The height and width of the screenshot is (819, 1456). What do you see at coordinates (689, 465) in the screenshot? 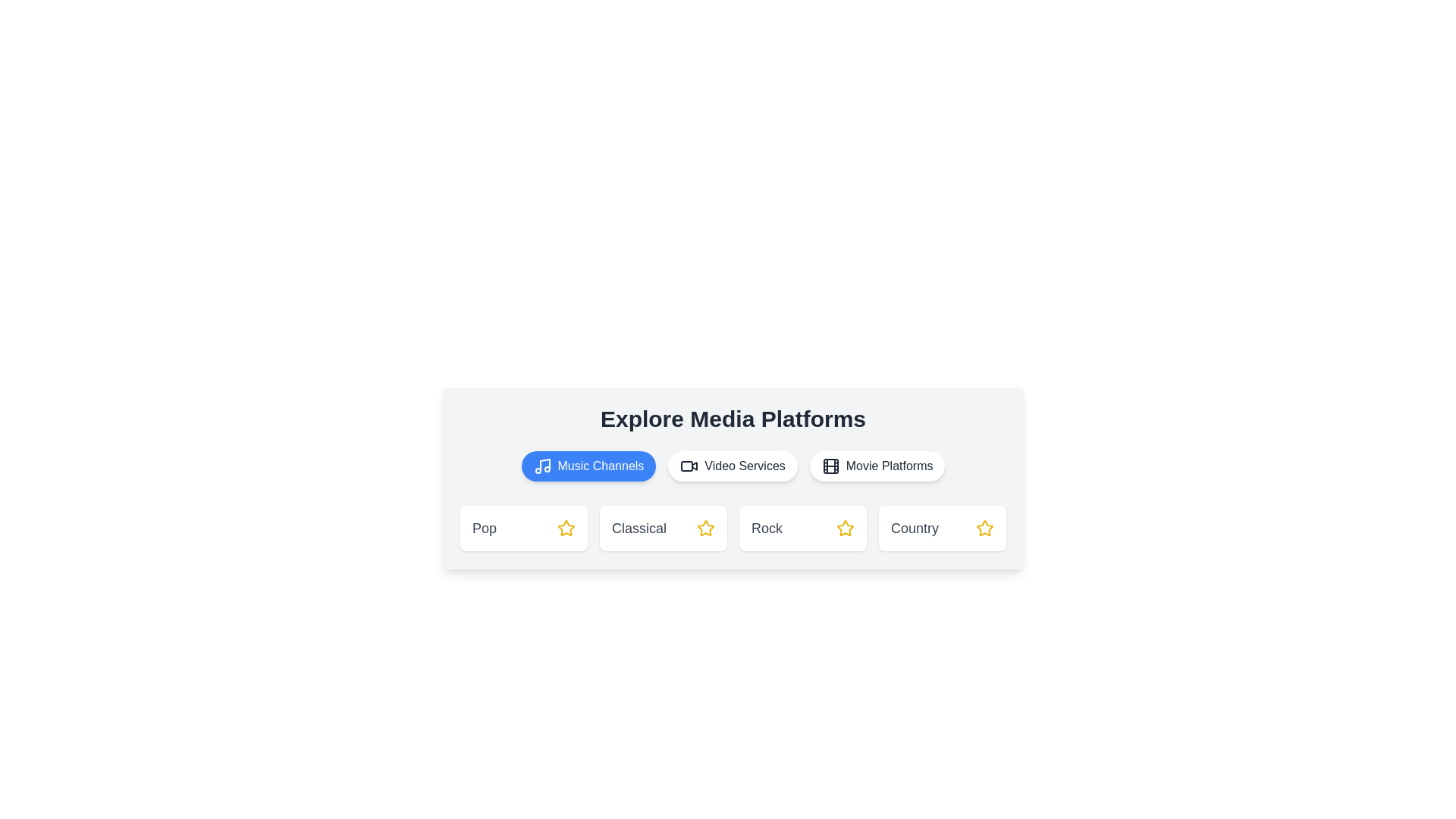
I see `the video camera icon within the 'Video Services' button in the horizontal category tabs under 'Explore Media Platforms'` at bounding box center [689, 465].